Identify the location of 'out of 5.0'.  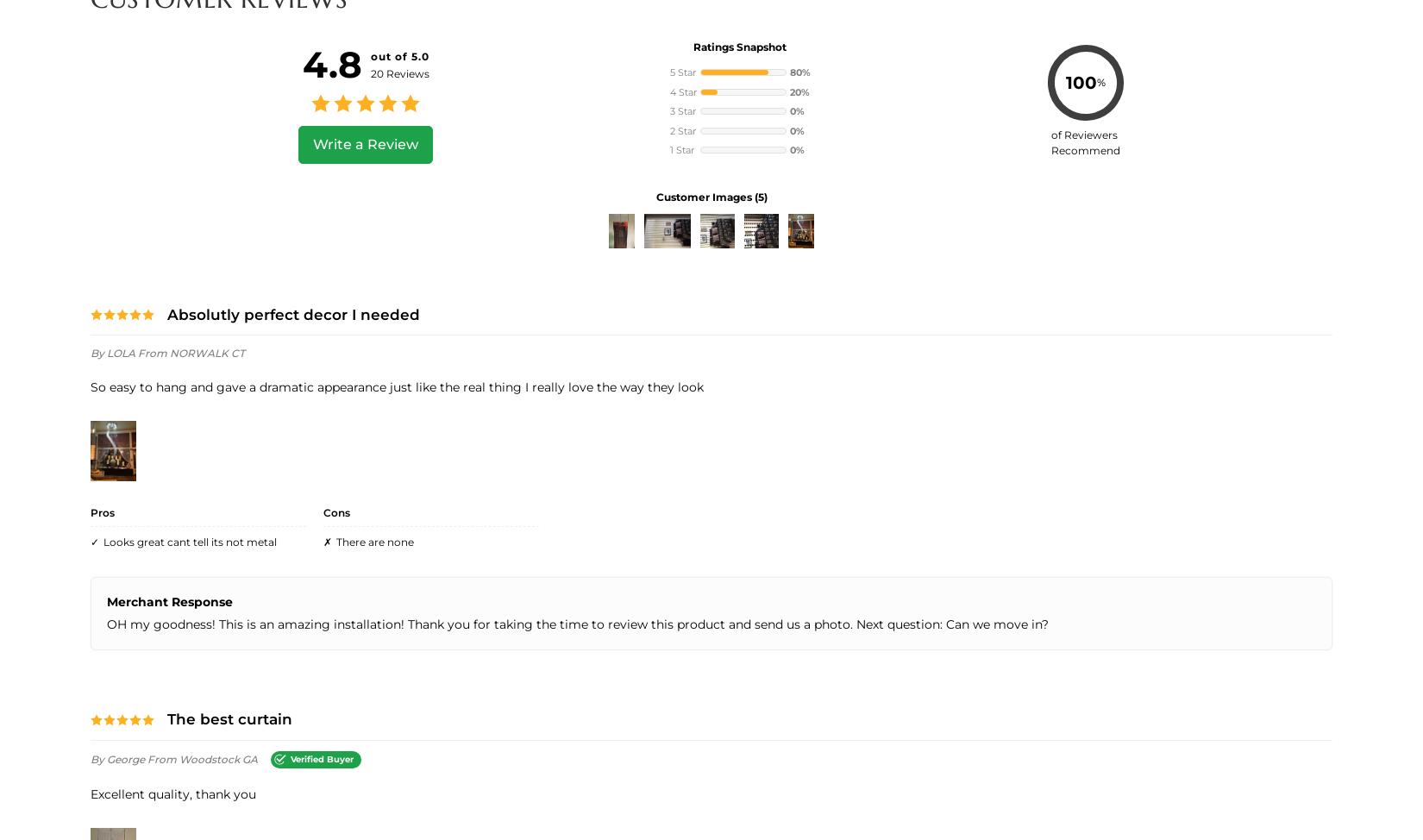
(398, 55).